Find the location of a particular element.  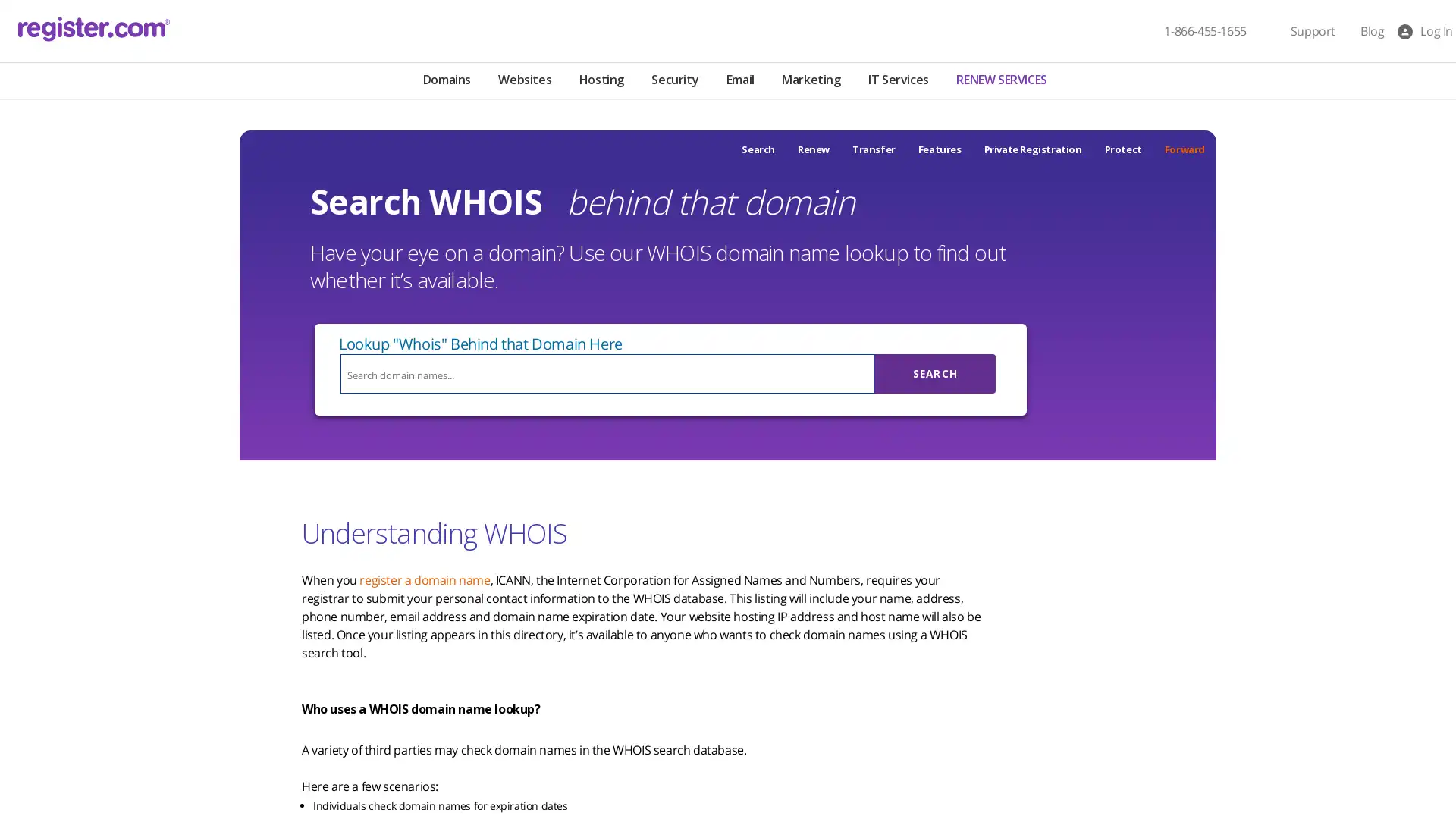

Close is located at coordinates (277, 610).